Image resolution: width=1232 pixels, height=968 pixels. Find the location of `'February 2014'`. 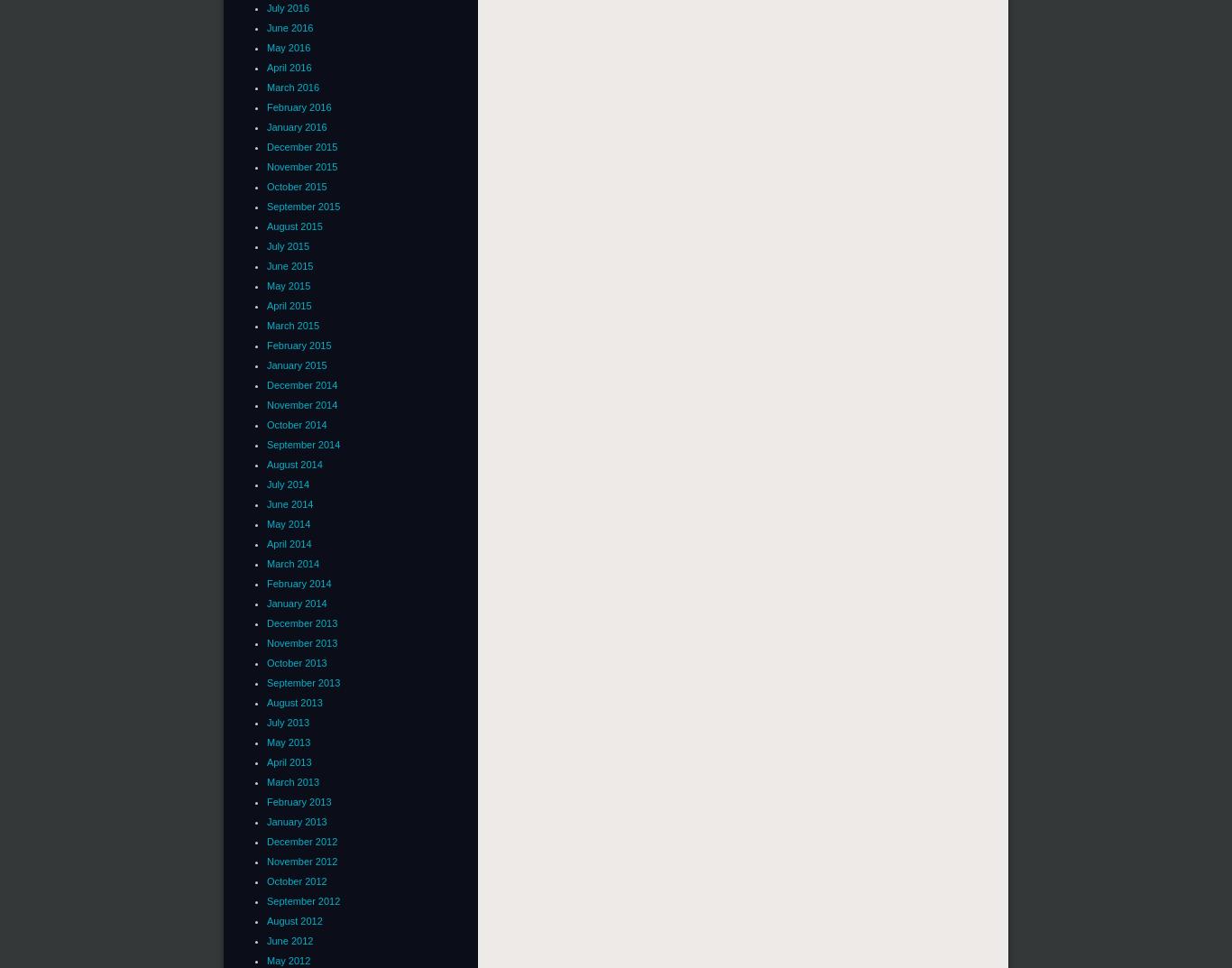

'February 2014' is located at coordinates (299, 582).